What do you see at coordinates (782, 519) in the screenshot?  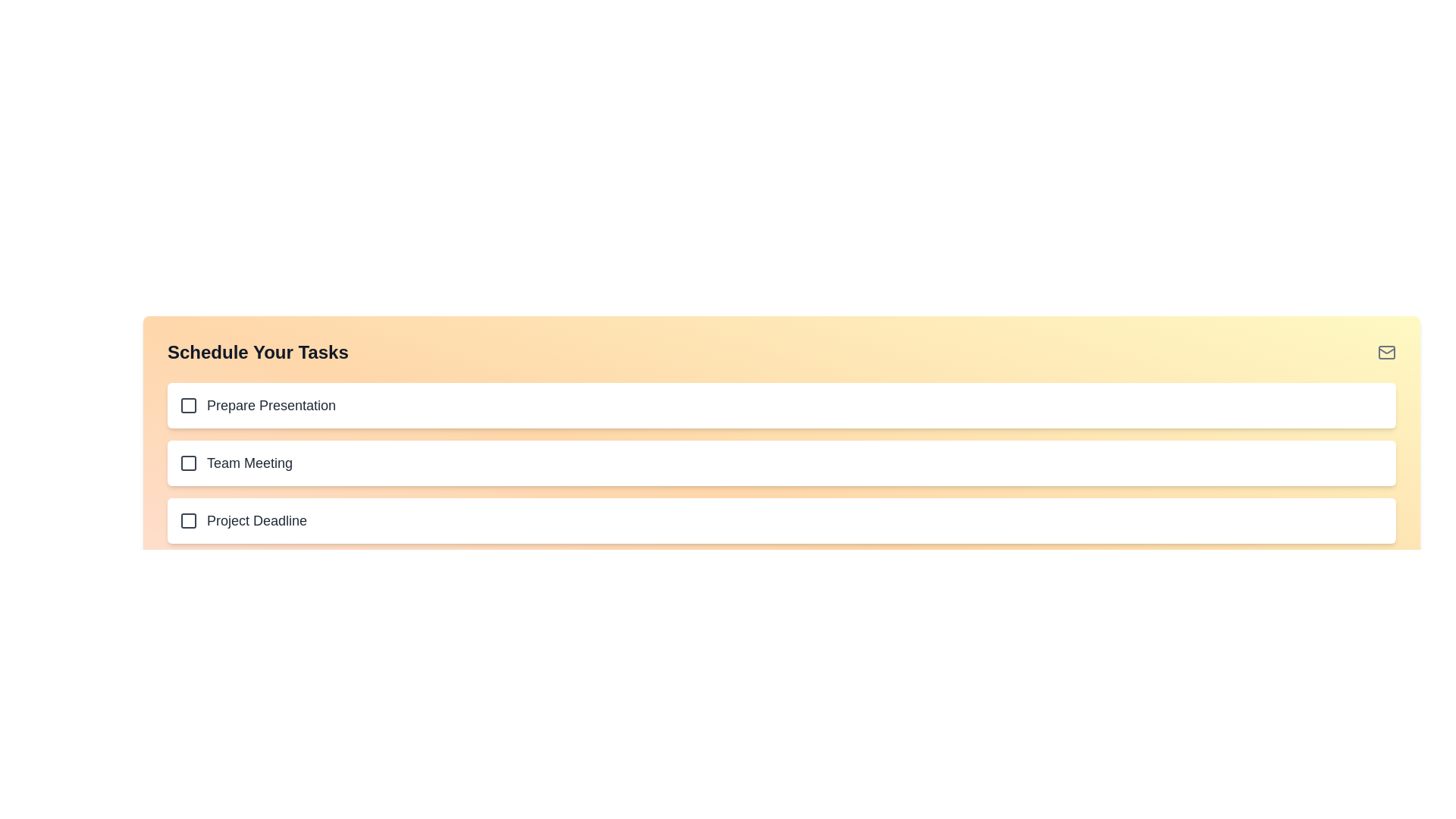 I see `the 'Project Deadline' checkbox, which is the third item in a vertically stacked list, positioned below 'Prepare Presentation' and 'Team Meeting', and above 'Client Feedback'` at bounding box center [782, 519].